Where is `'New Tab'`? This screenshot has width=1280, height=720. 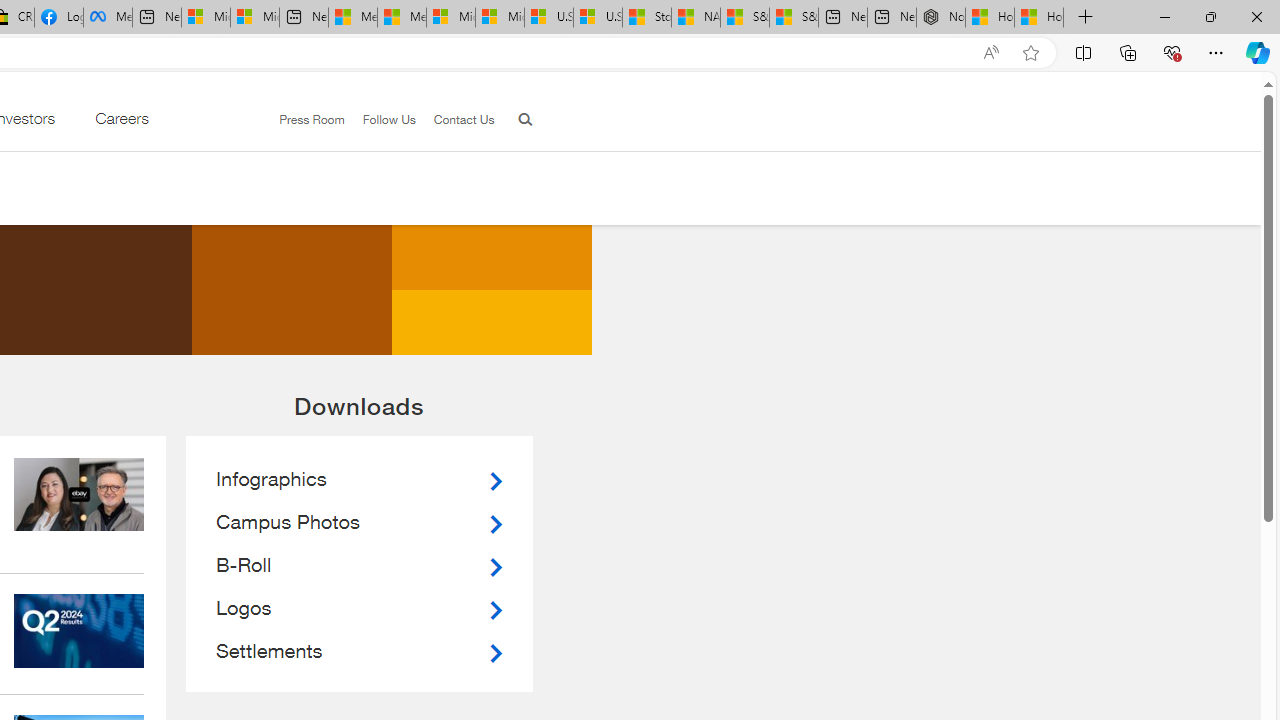 'New Tab' is located at coordinates (1085, 17).